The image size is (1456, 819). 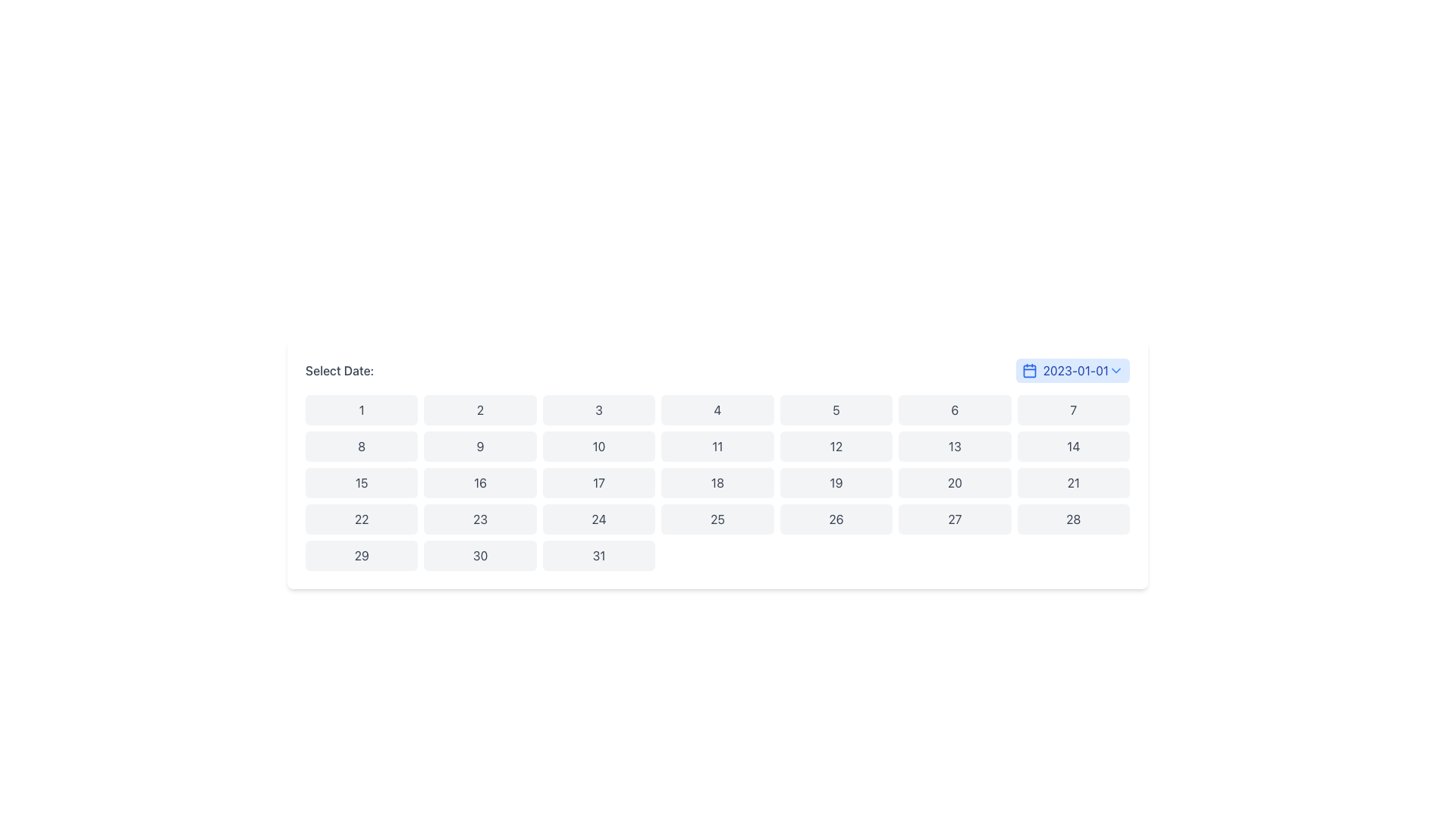 I want to click on the button representing the 10th day of the month in the calendar interface, so click(x=598, y=446).